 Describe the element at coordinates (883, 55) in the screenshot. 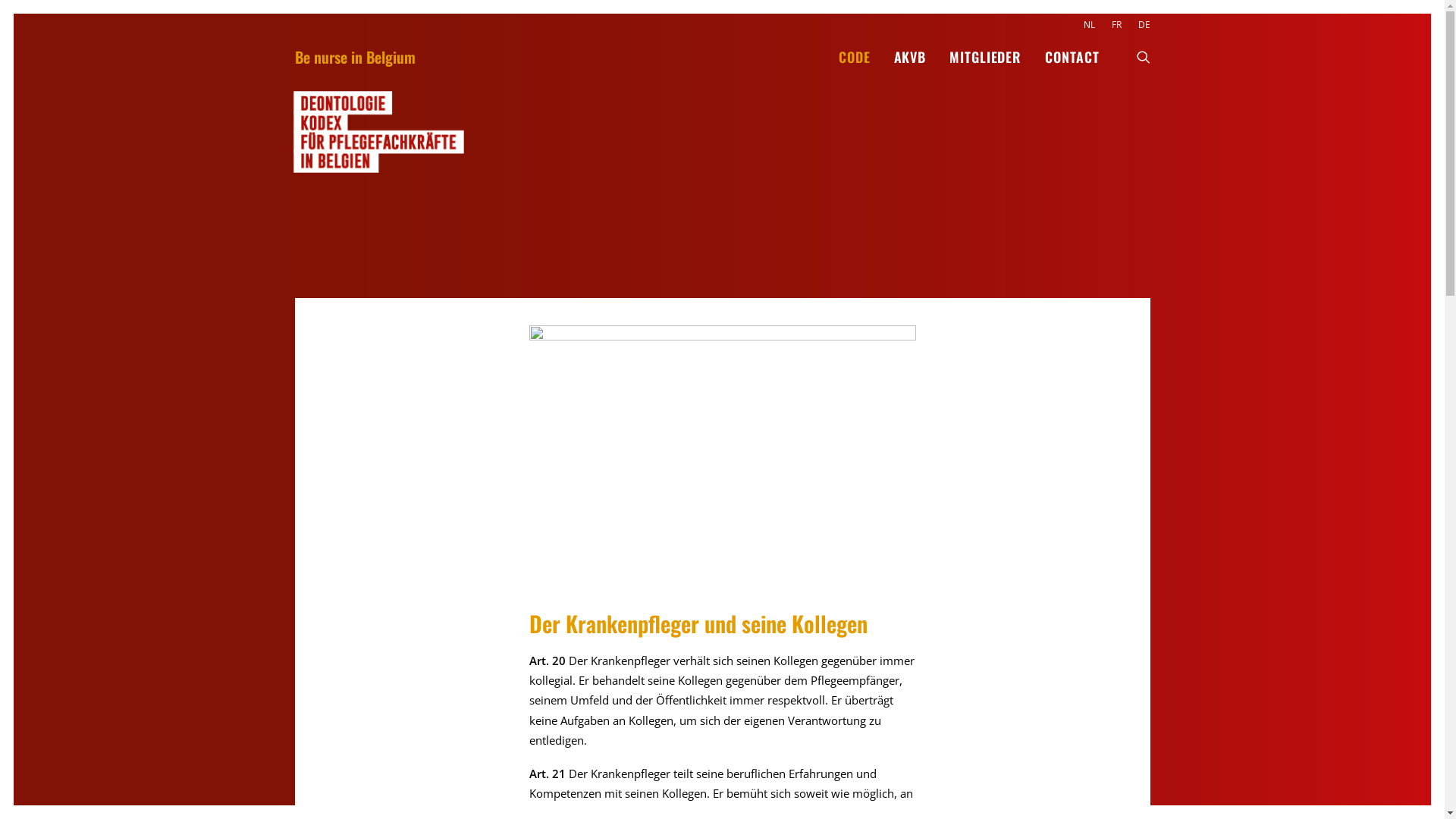

I see `'AKVB'` at that location.